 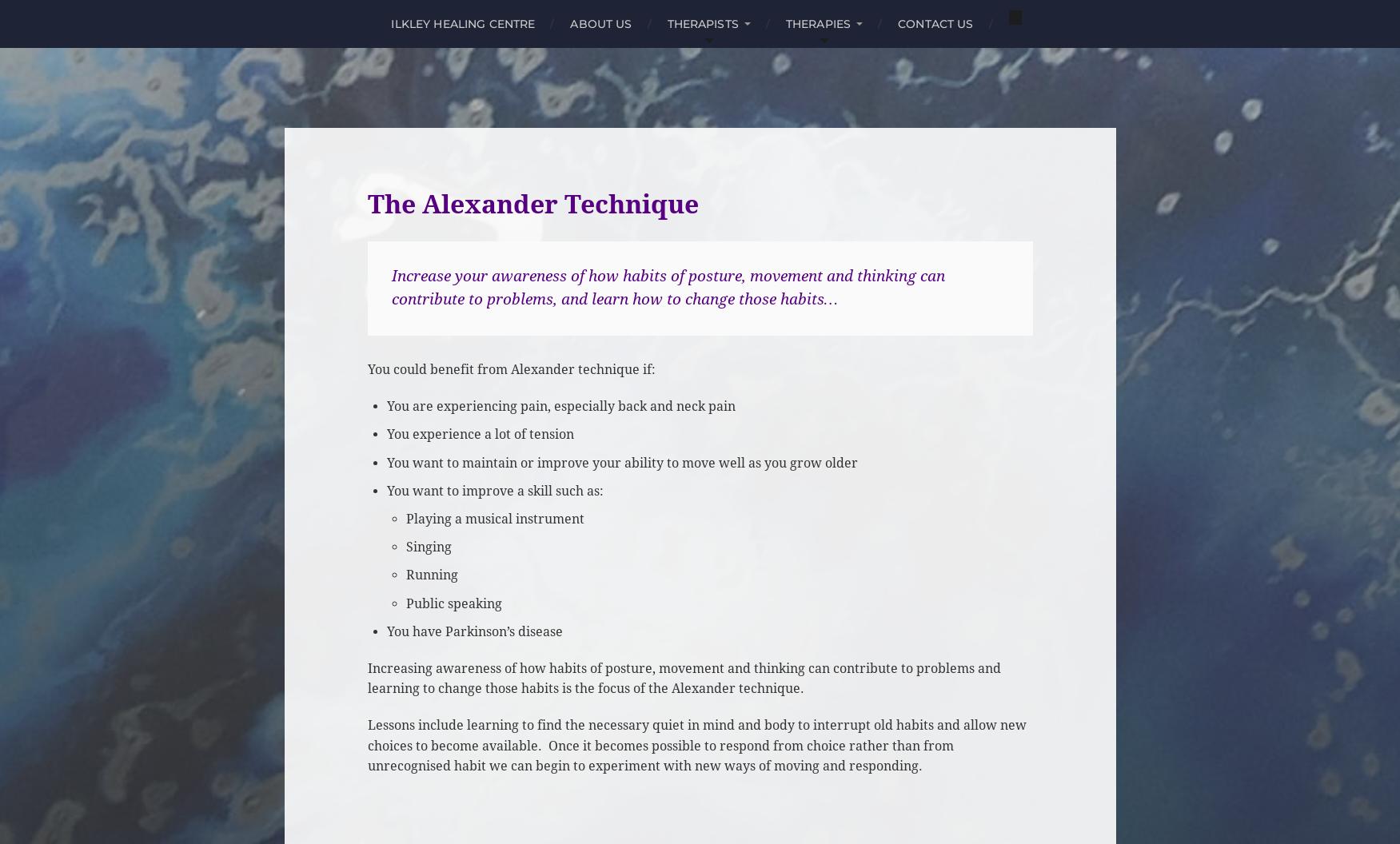 I want to click on 'Increasing awareness of how habits of posture, movement and thinking can contribute to problems and learning to change those habits is the focus of the Alexander technique.', so click(x=684, y=678).